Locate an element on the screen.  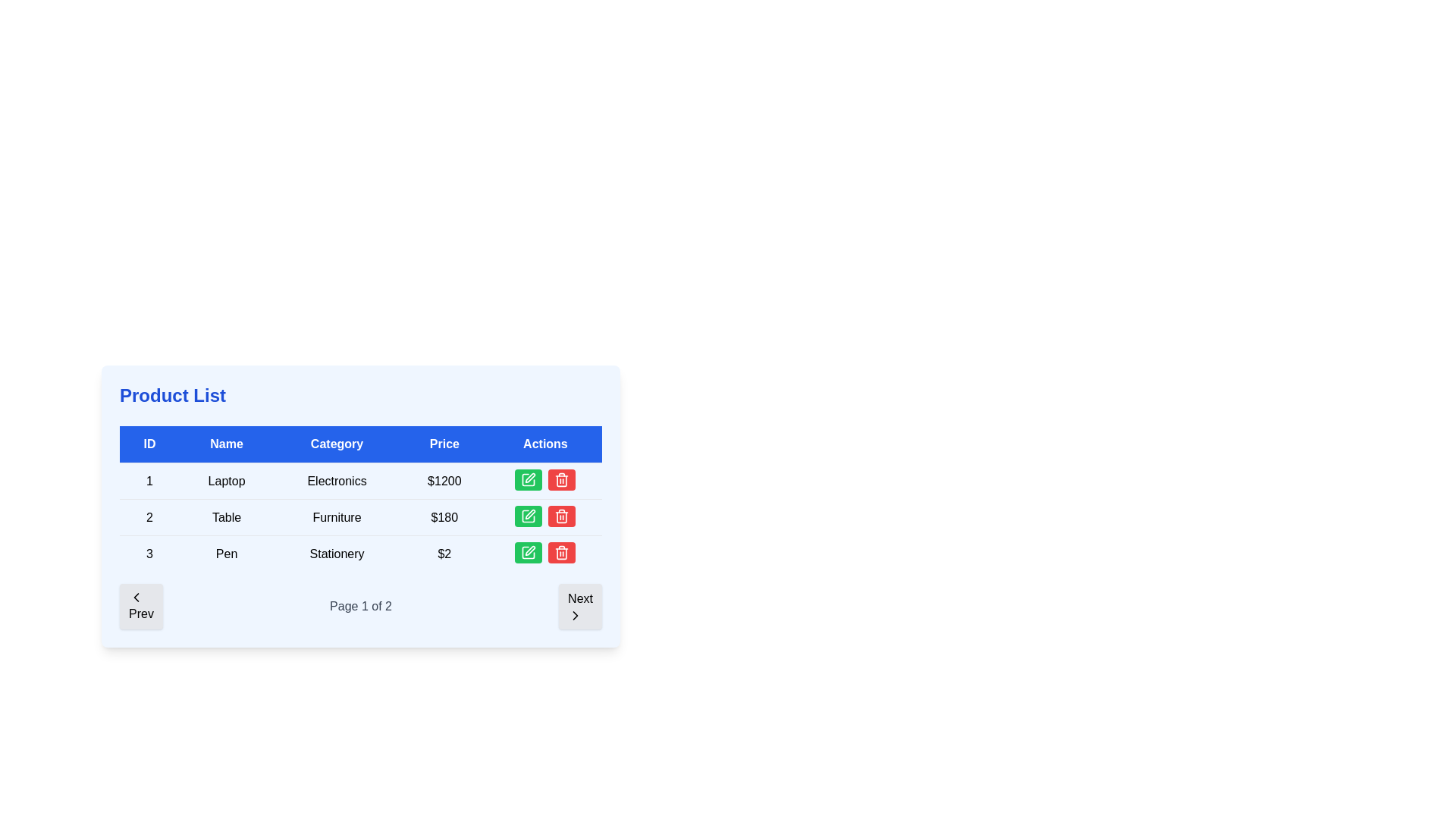
the edit icon button in the 'Actions' column of the last row for the 'Pen' record is located at coordinates (530, 551).